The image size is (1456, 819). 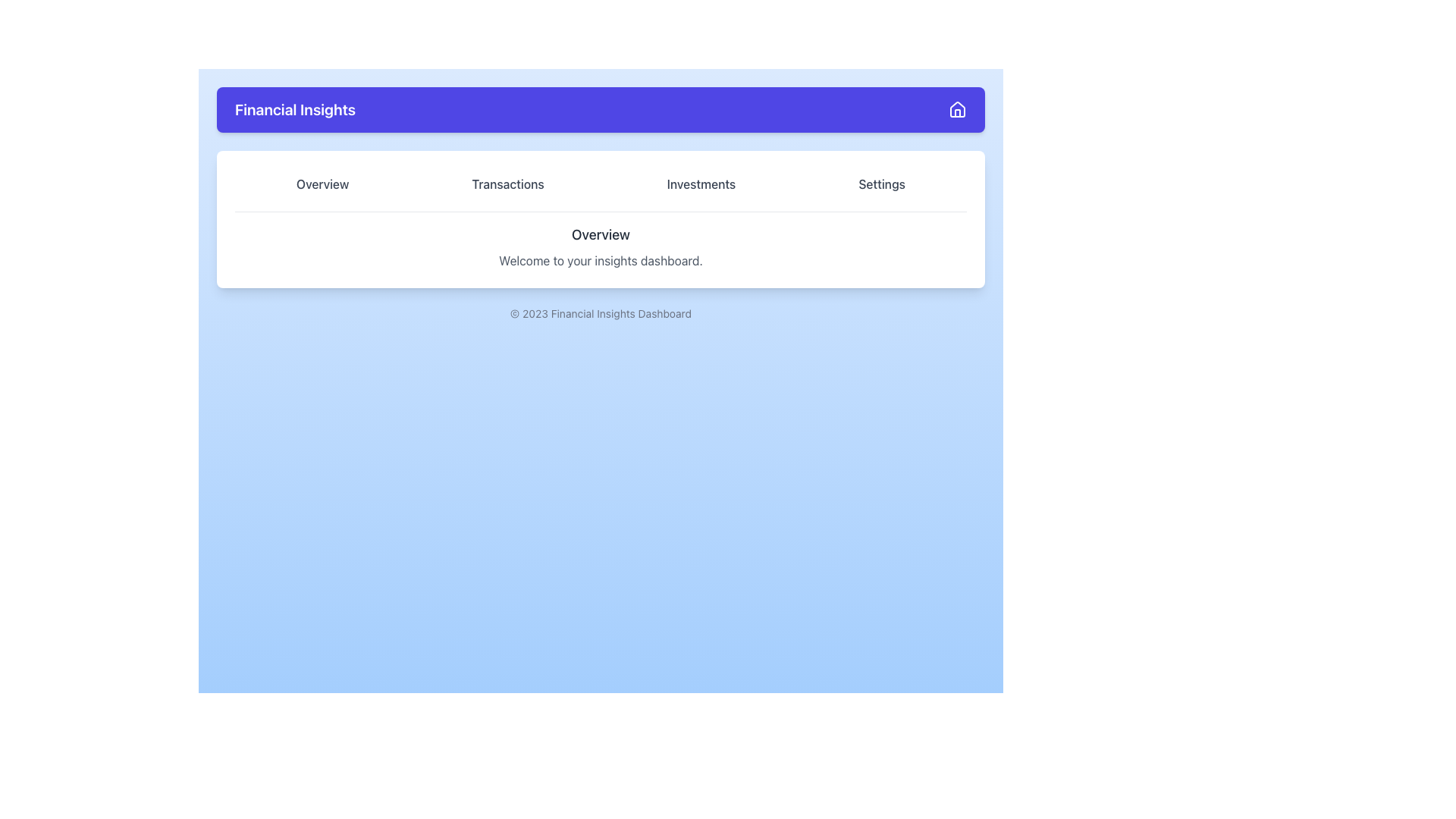 I want to click on the 'Investments' tab in the horizontal navigation menu, so click(x=701, y=184).